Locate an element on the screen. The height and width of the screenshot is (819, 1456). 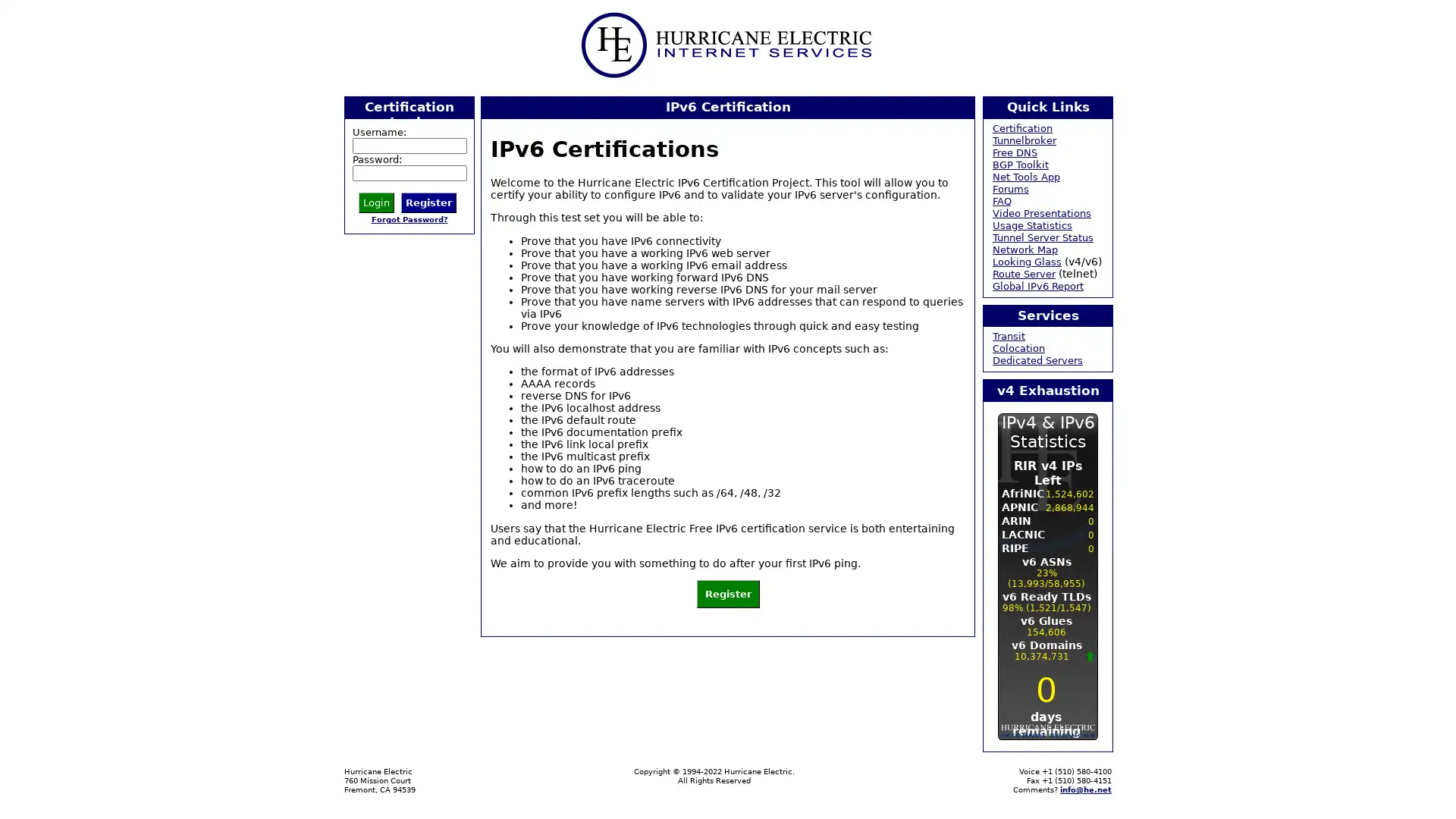
Register is located at coordinates (726, 593).